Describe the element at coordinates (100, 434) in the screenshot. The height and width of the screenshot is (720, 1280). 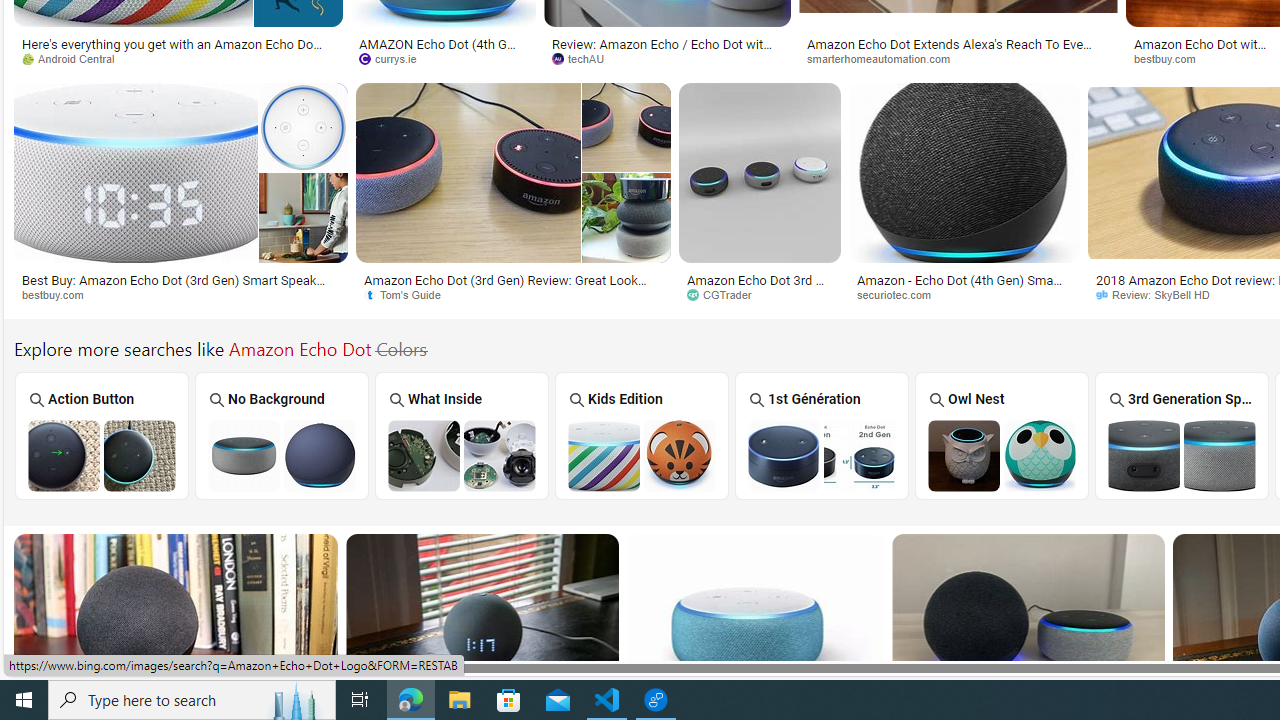
I see `'Action Button'` at that location.